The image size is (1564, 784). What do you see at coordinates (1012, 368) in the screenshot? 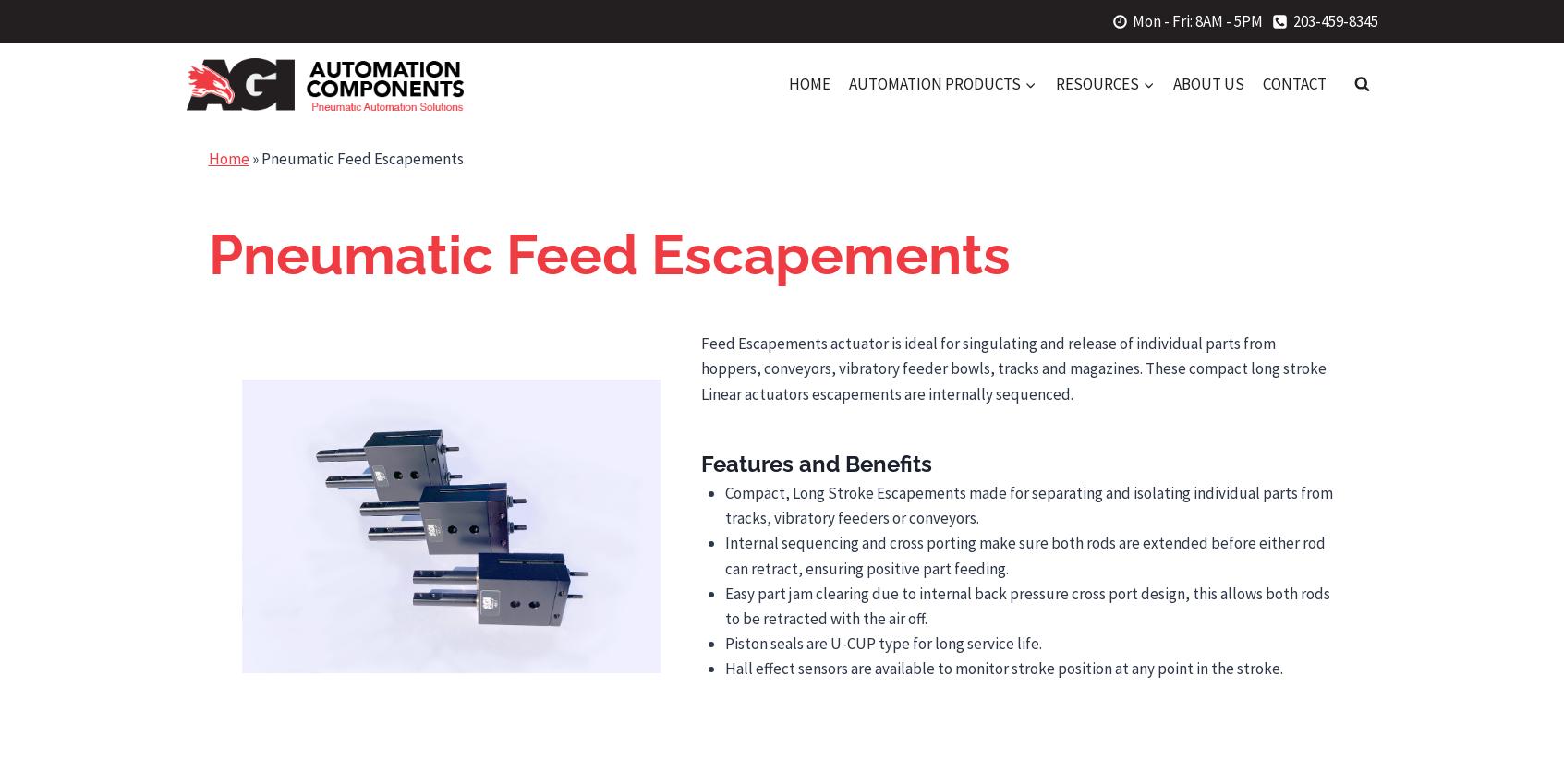
I see `'Feed Escapements actuator is ideal for singulating and release of individual parts from hoppers, conveyors, vibratory feeder bowls, tracks and magazines. These compact long stroke Linear actuators escapements are internally sequenced.'` at bounding box center [1012, 368].